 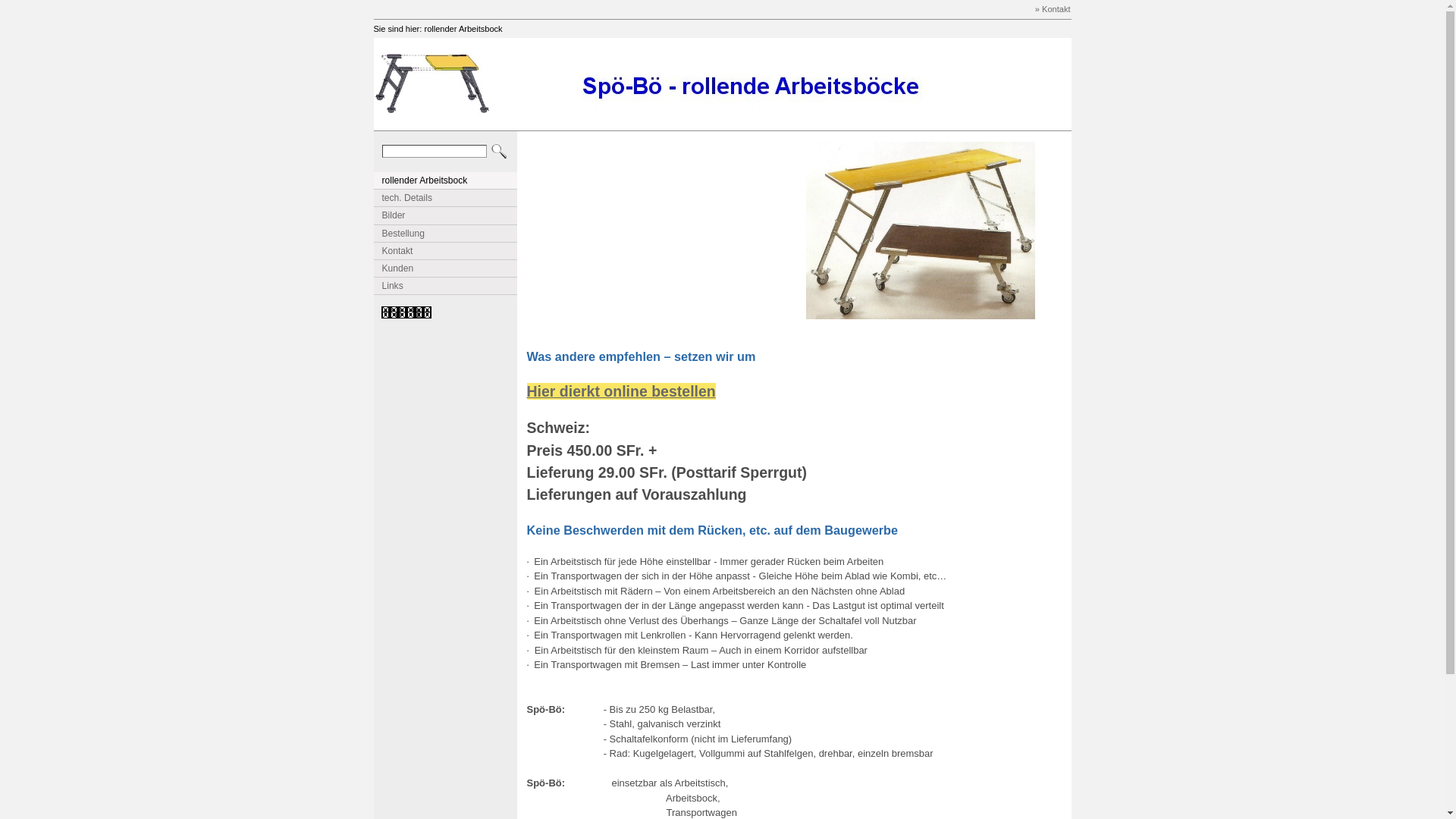 I want to click on 'rollender Arbeitsbock', so click(x=444, y=180).